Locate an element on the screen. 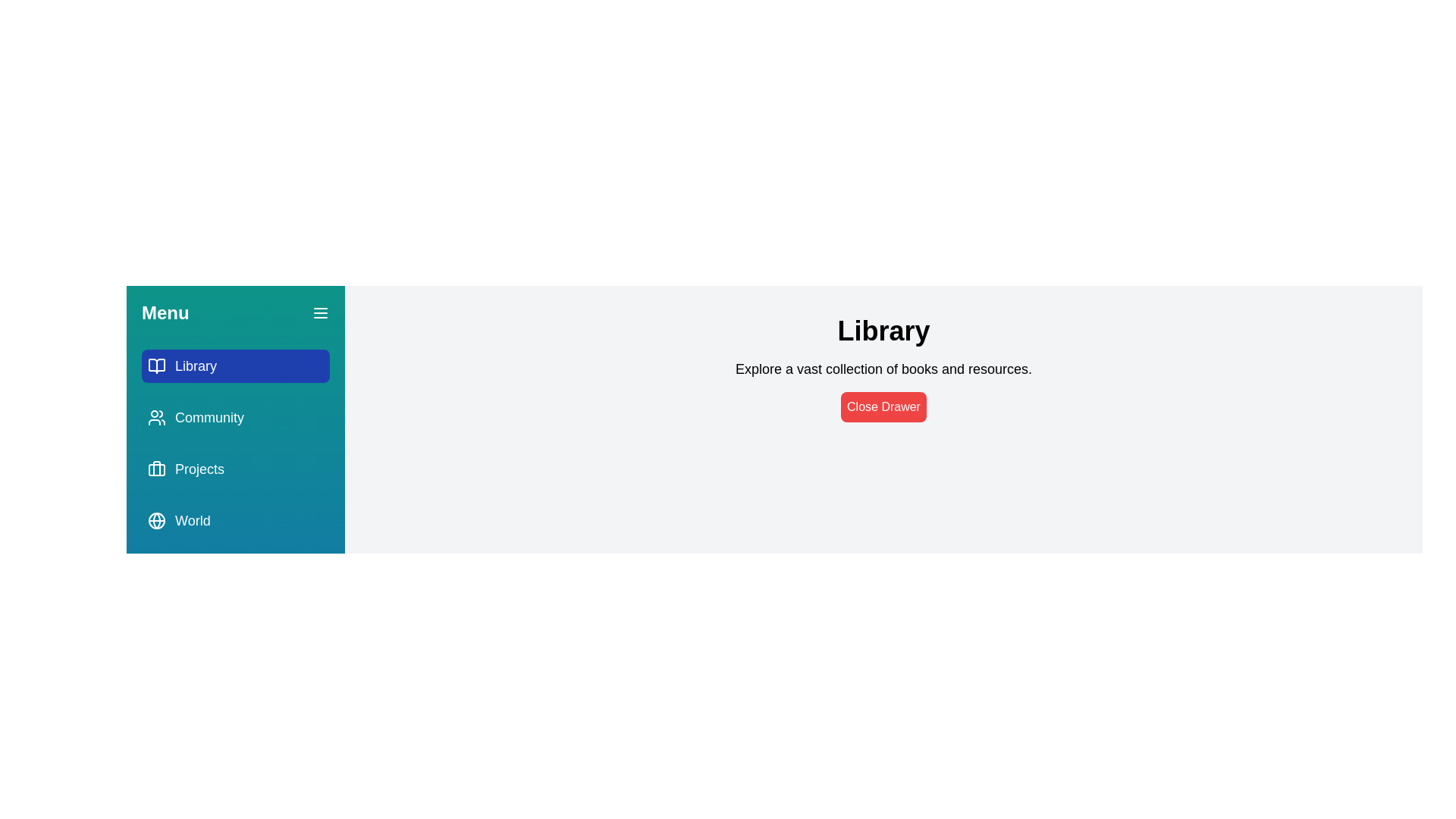 This screenshot has width=1456, height=819. the menu item Library to observe its hover effect is located at coordinates (235, 366).